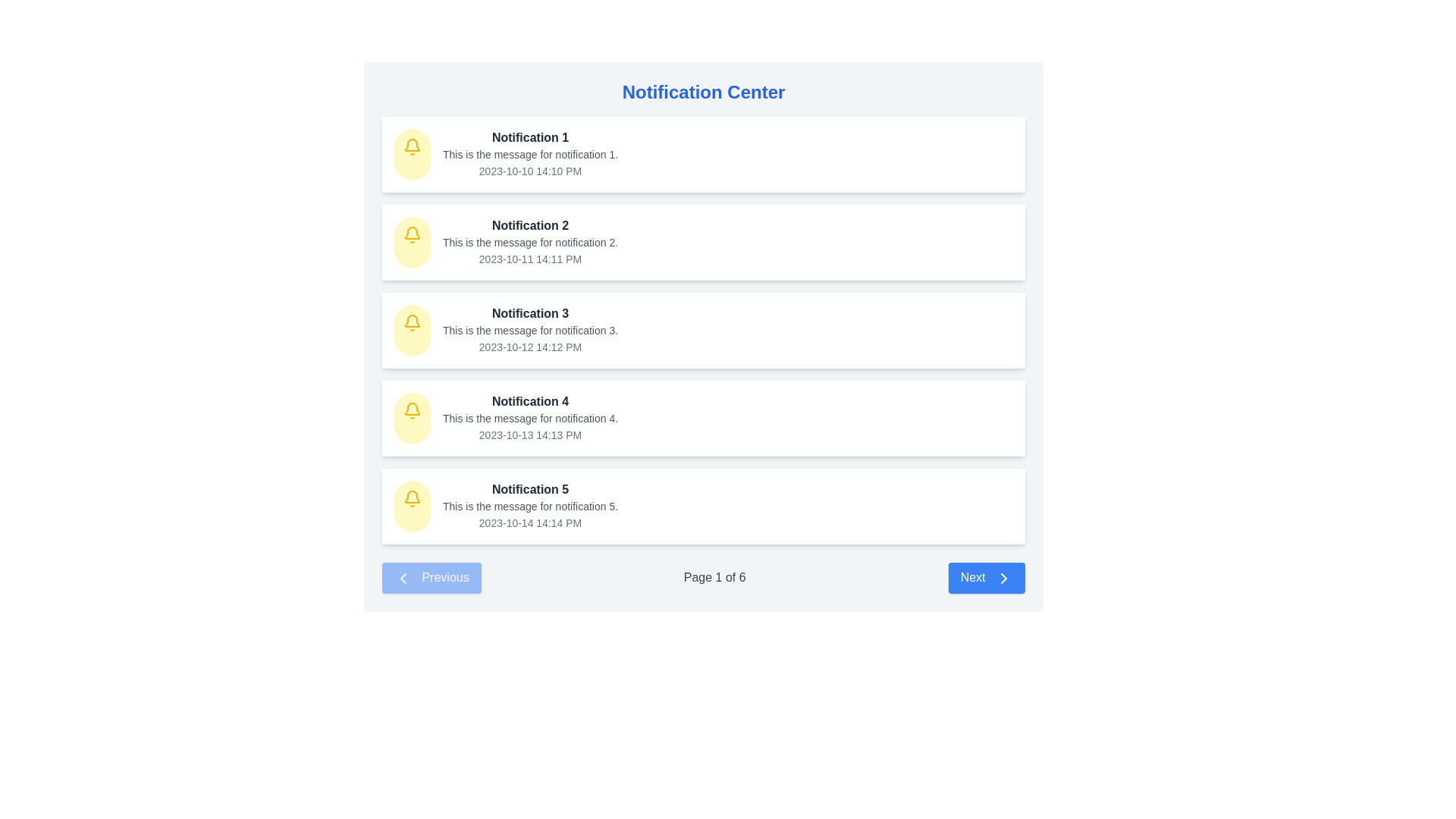 The image size is (1456, 819). I want to click on timestamp text label displaying '2023-10-11 14:11 PM' located under the notification heading and message text in the second notification card, so click(530, 259).